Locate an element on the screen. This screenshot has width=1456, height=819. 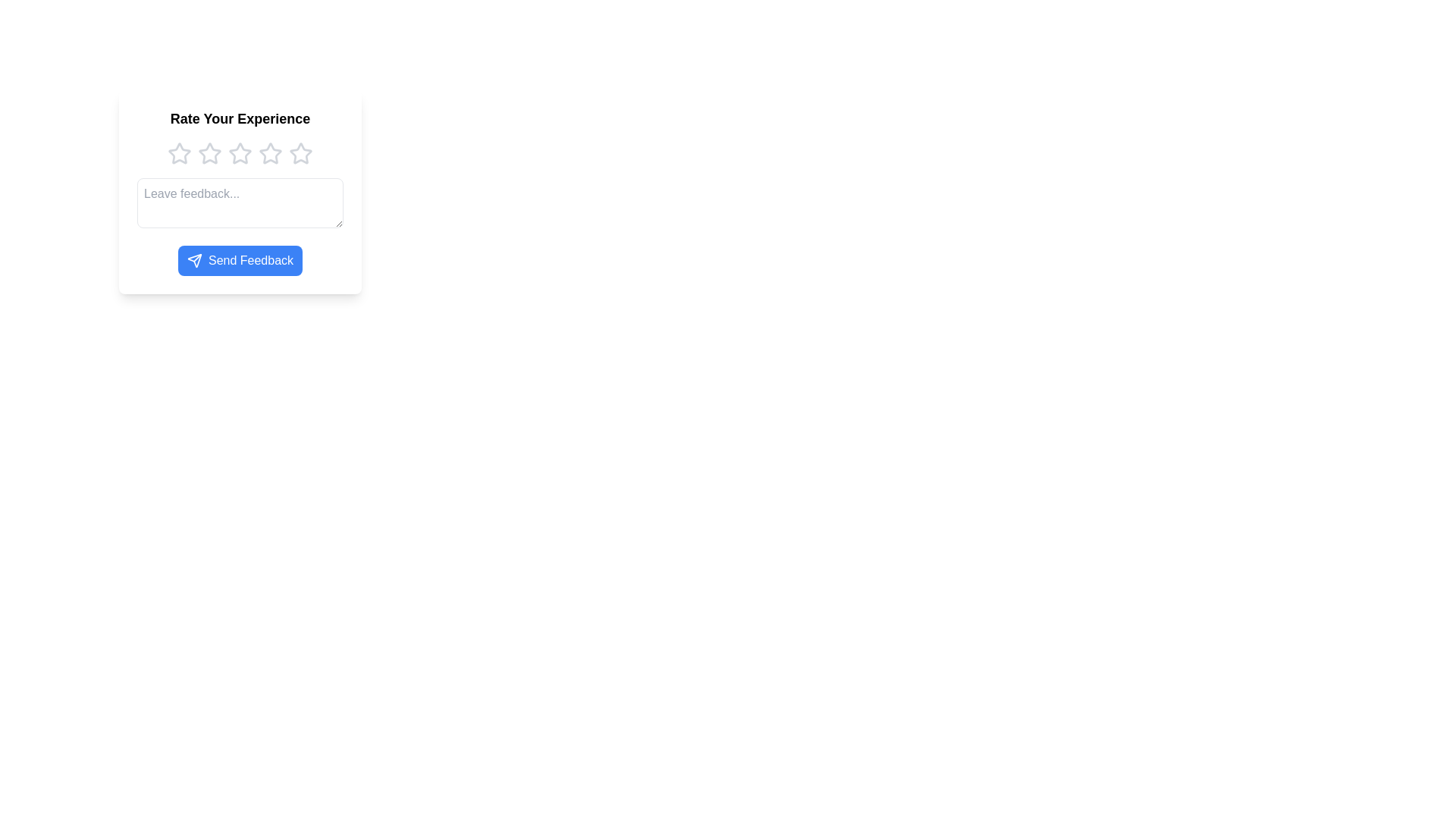
the fifth hollow gray star icon in the 'Rate Your Experience' section, which enlarges slightly upon hovering is located at coordinates (301, 154).